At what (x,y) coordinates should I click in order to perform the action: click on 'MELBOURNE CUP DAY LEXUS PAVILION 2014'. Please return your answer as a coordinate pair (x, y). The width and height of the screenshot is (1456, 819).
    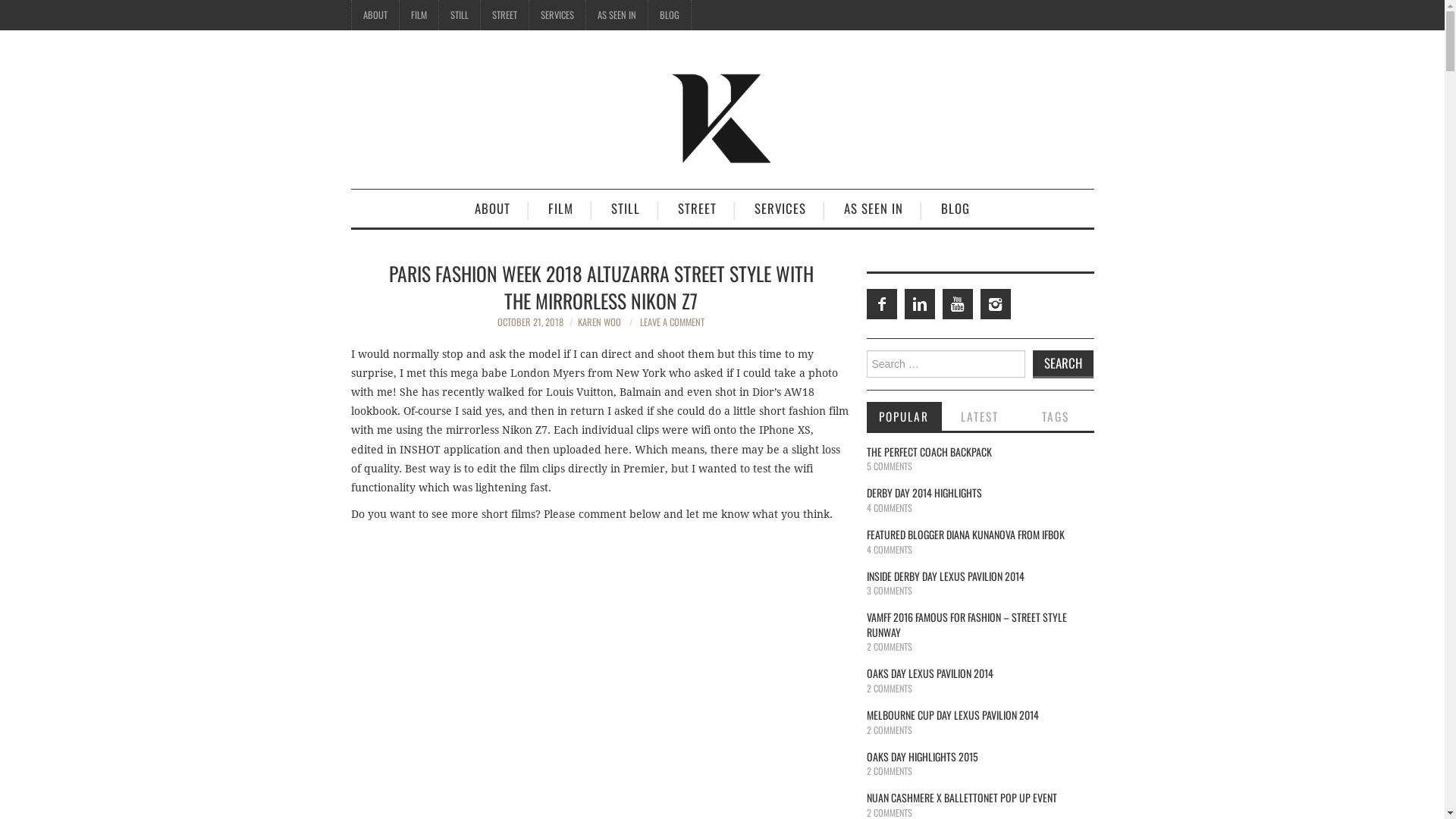
    Looking at the image, I should click on (951, 714).